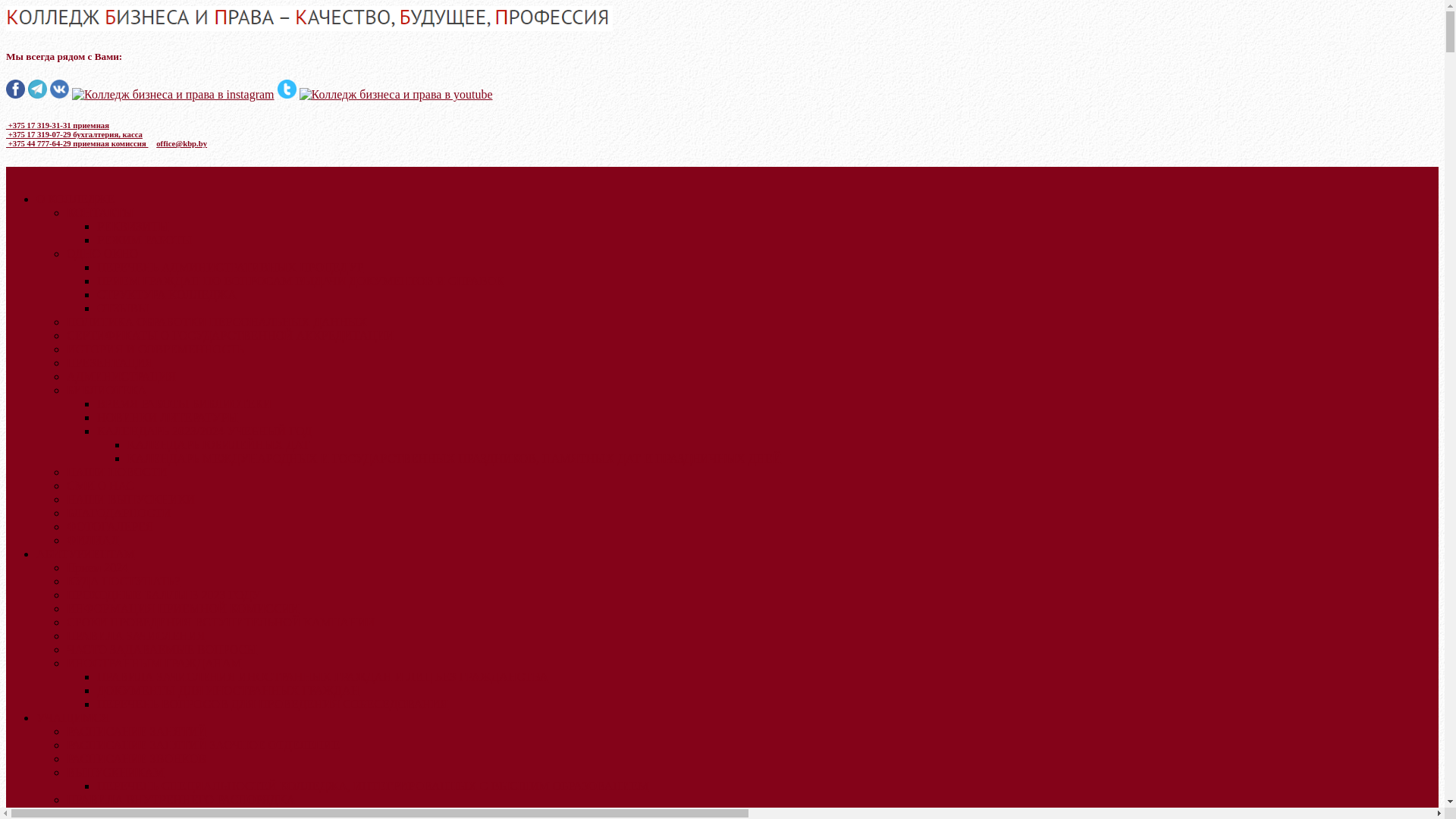 The height and width of the screenshot is (819, 1456). Describe the element at coordinates (181, 143) in the screenshot. I see `'office@kbp.by'` at that location.